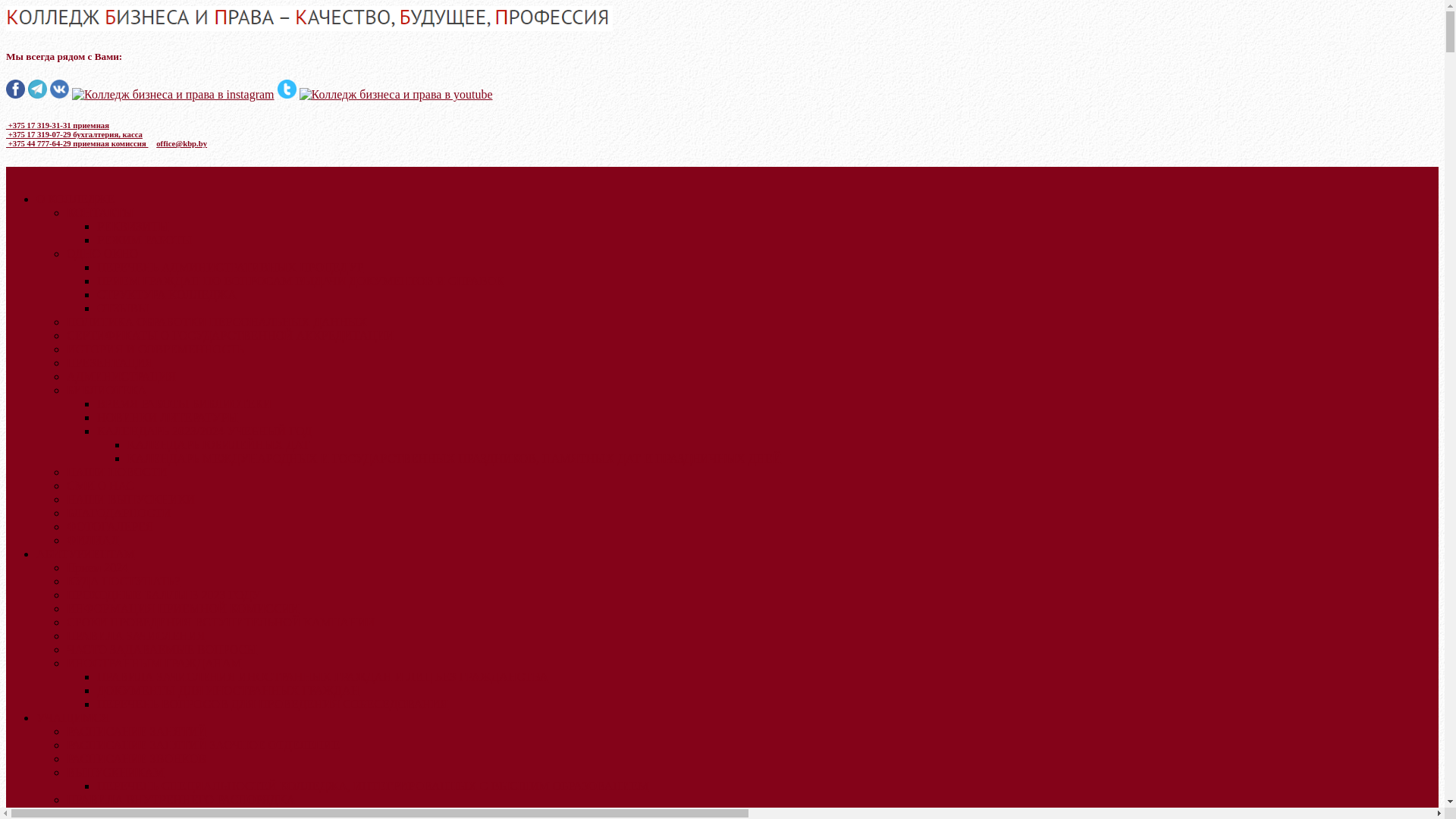 The height and width of the screenshot is (819, 1456). Describe the element at coordinates (181, 143) in the screenshot. I see `'office@kbp.by'` at that location.